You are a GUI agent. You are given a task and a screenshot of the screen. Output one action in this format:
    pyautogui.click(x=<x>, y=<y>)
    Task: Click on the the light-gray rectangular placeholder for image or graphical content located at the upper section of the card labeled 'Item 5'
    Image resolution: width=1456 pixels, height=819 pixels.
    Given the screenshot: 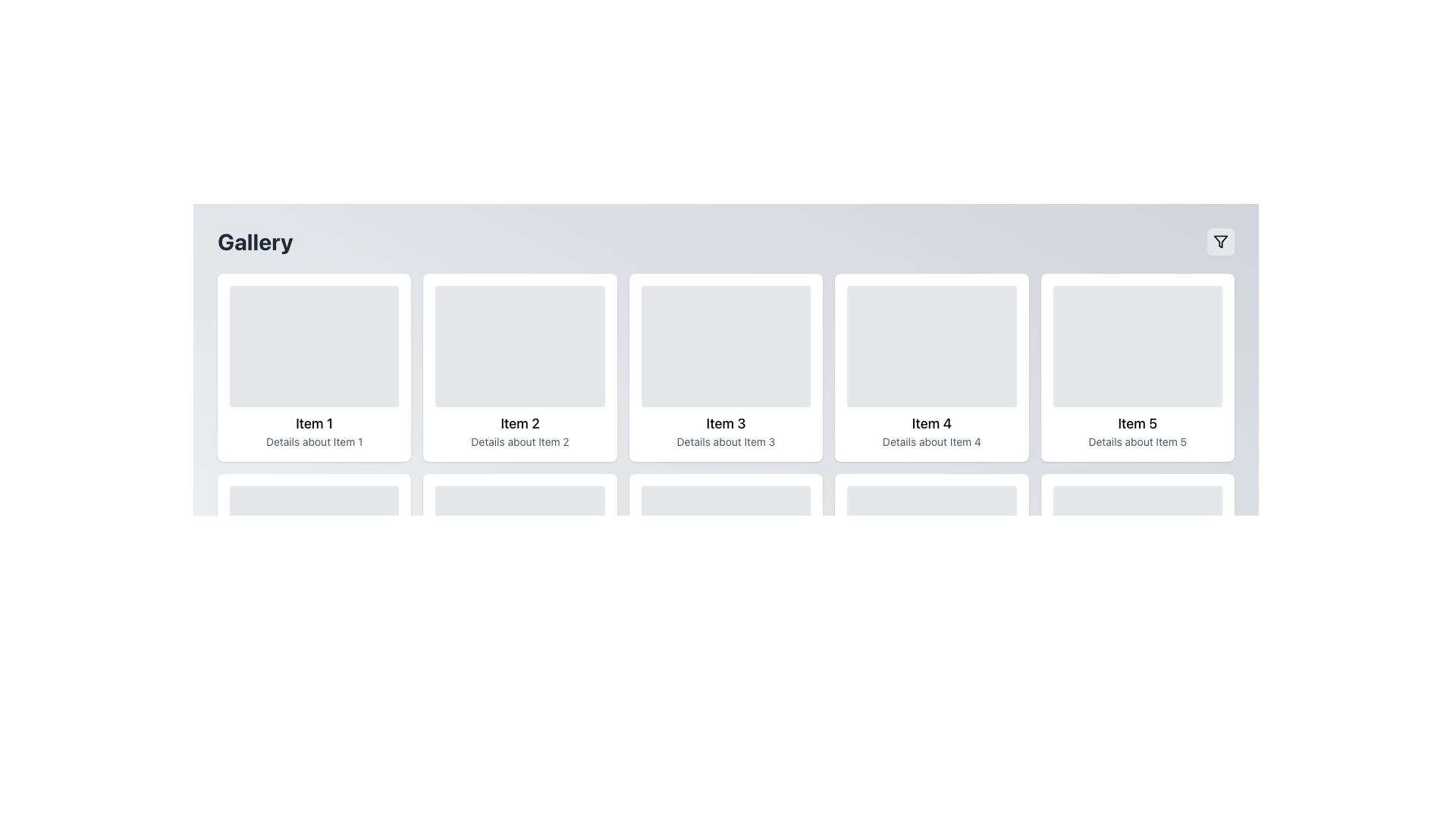 What is the action you would take?
    pyautogui.click(x=1137, y=346)
    